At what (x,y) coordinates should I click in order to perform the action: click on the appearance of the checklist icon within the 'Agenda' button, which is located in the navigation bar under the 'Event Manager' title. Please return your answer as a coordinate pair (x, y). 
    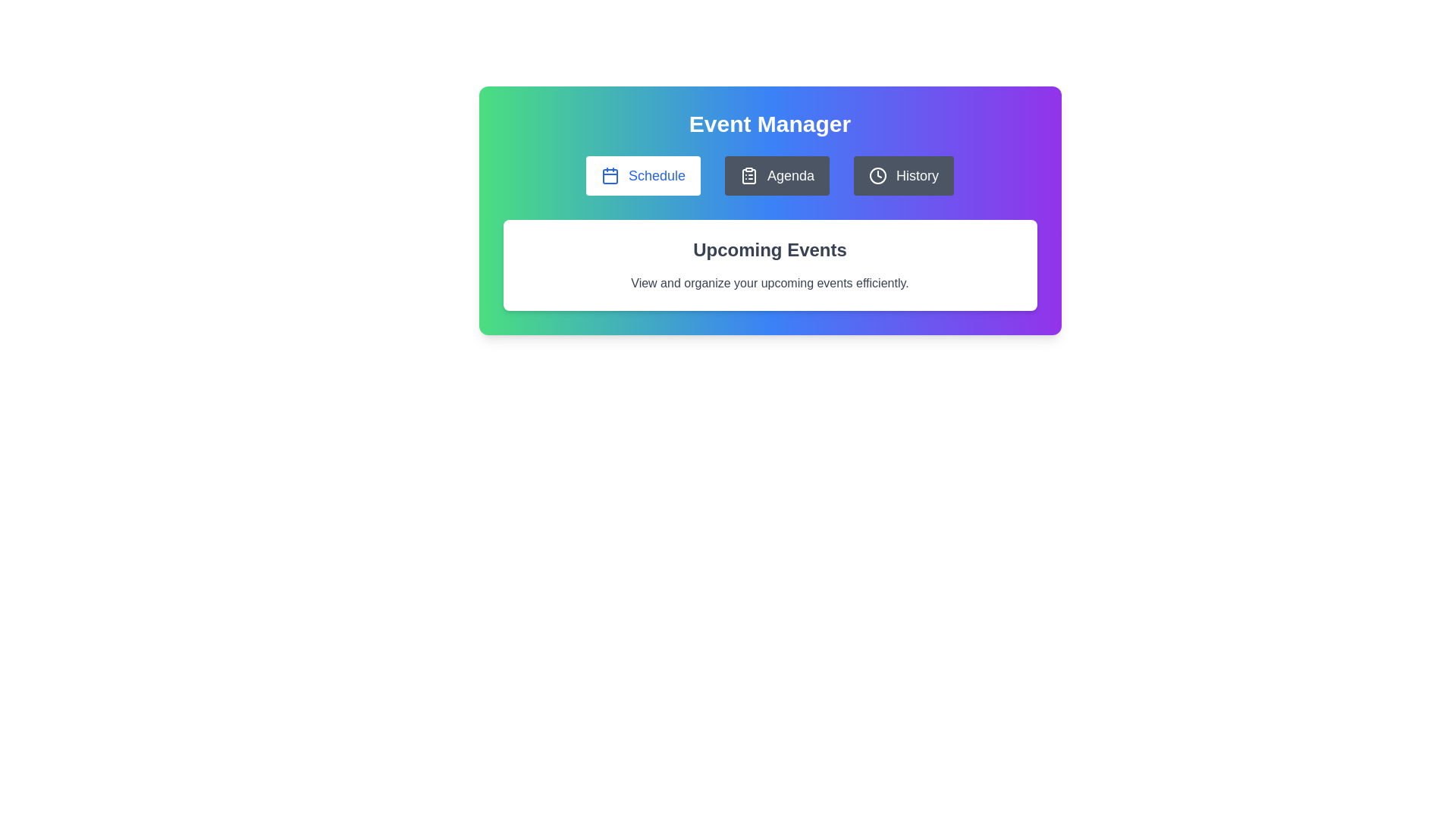
    Looking at the image, I should click on (749, 174).